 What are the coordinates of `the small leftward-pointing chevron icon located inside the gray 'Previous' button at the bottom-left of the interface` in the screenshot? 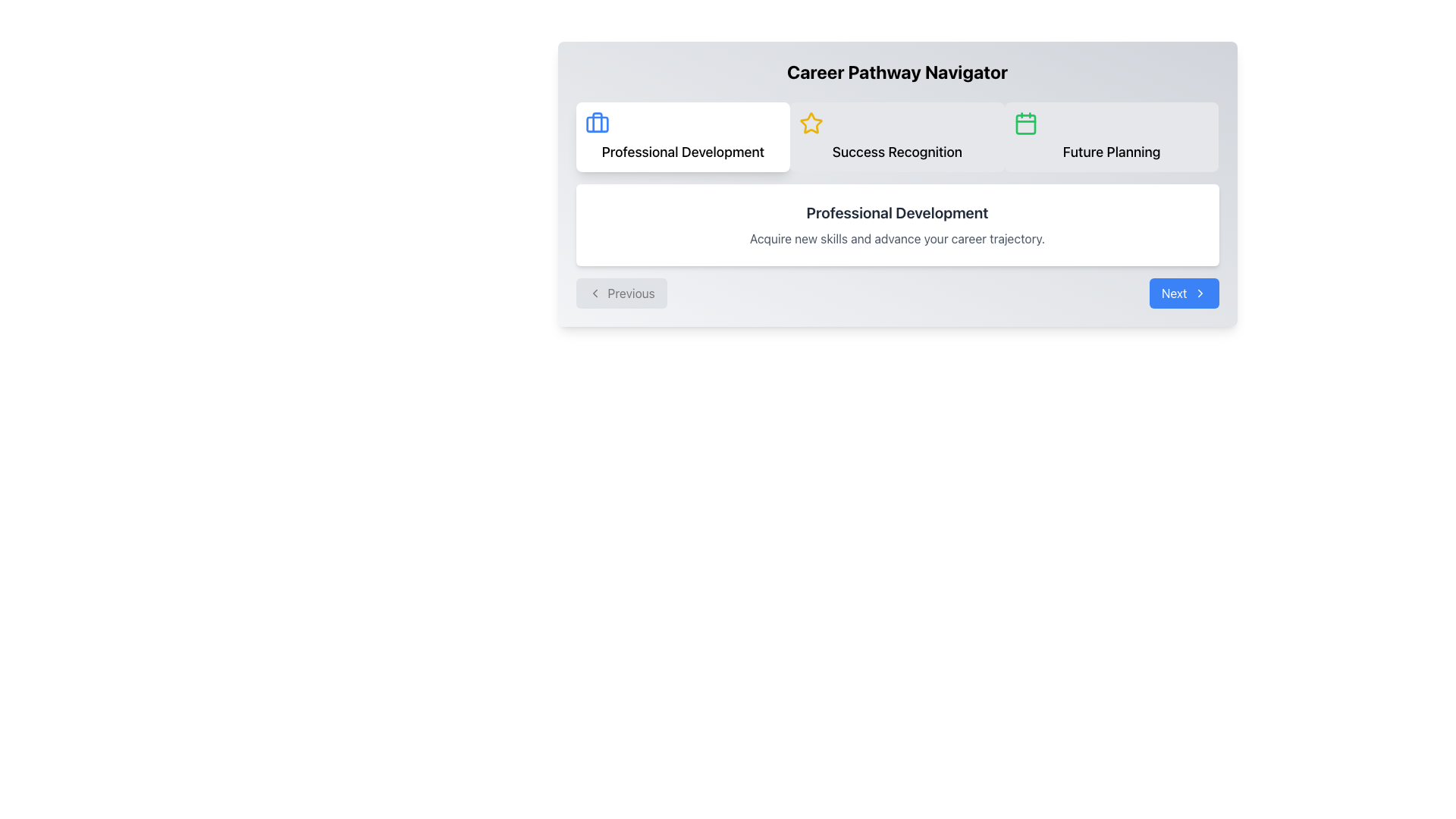 It's located at (594, 293).